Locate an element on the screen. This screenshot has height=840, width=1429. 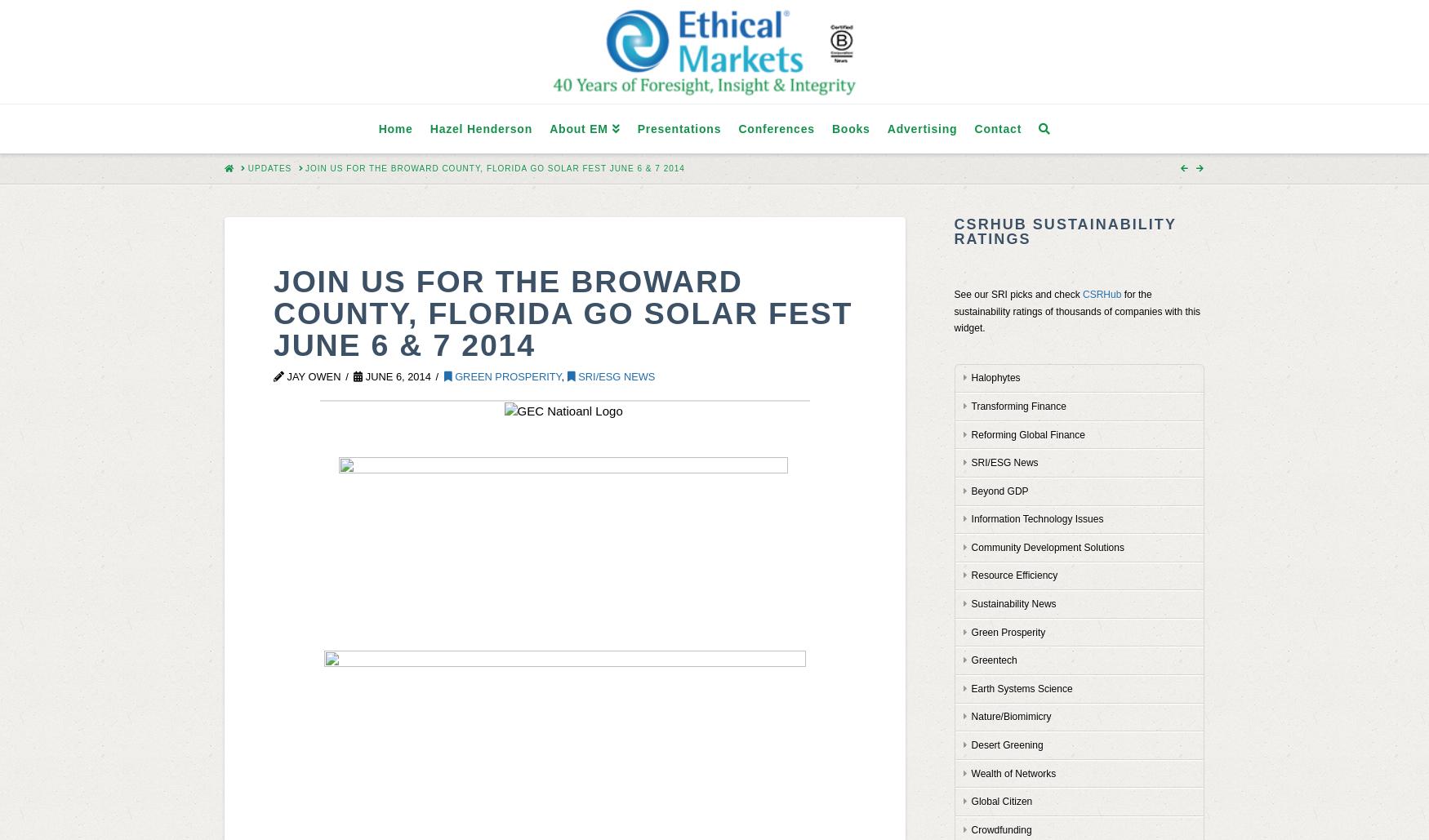
'Jay Owen' is located at coordinates (311, 376).